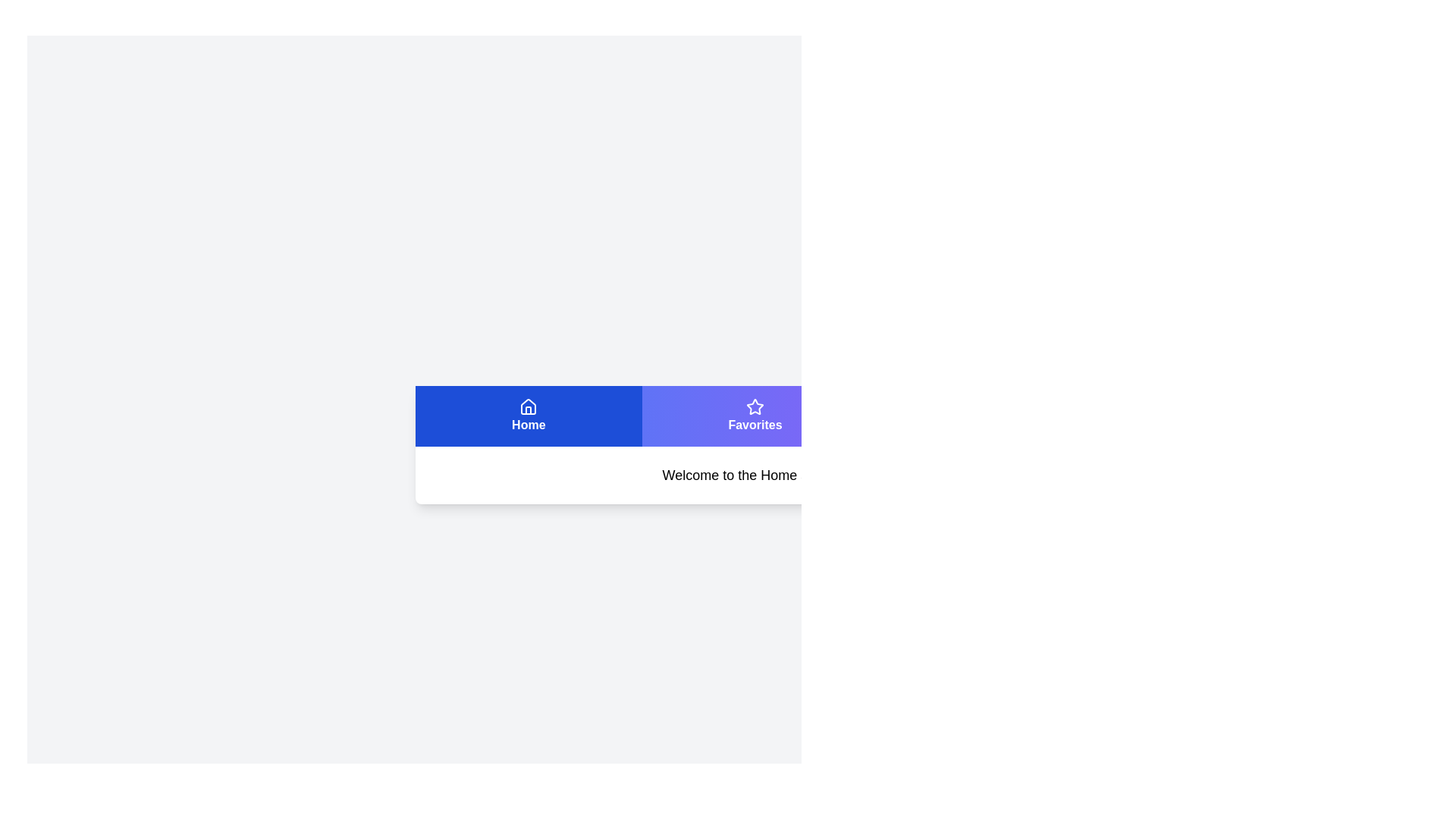  Describe the element at coordinates (755, 406) in the screenshot. I see `the star icon within the 'Favorites' section, which is outlined in purple with a white star-shape center` at that location.